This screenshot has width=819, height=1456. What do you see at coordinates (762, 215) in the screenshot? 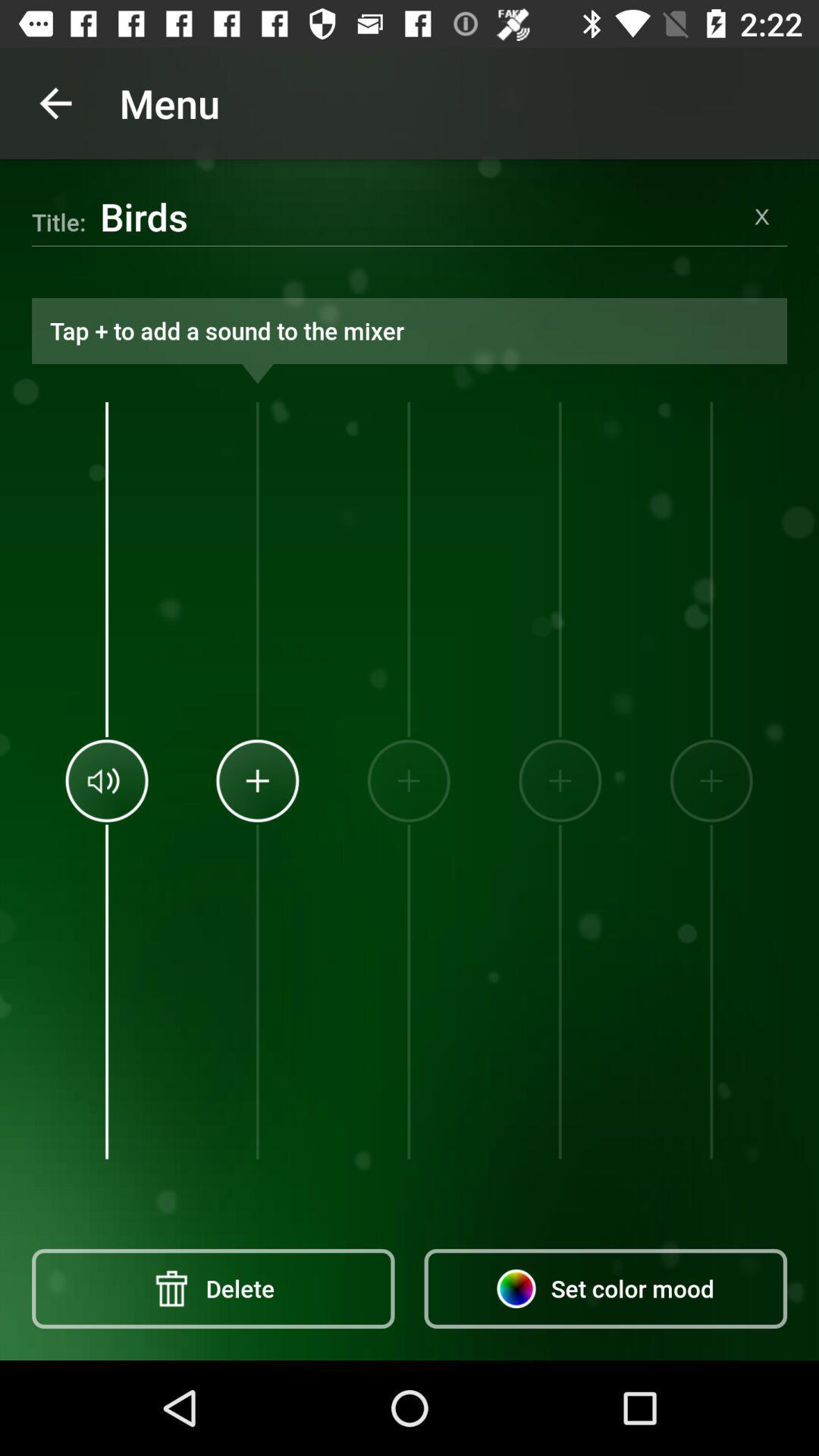
I see `screen` at bounding box center [762, 215].